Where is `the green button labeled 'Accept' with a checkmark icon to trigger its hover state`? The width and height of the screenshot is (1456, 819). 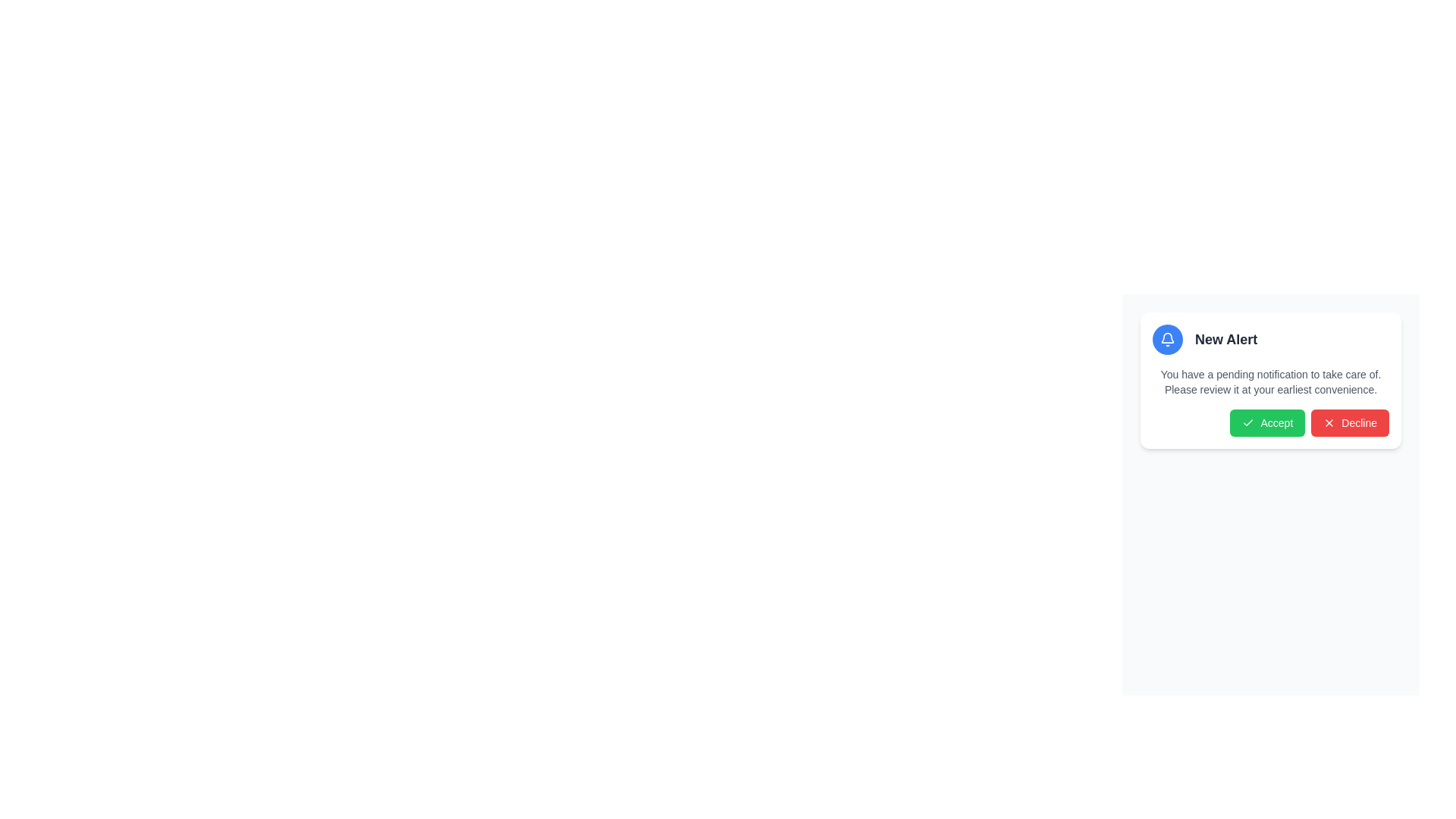
the green button labeled 'Accept' with a checkmark icon to trigger its hover state is located at coordinates (1267, 423).